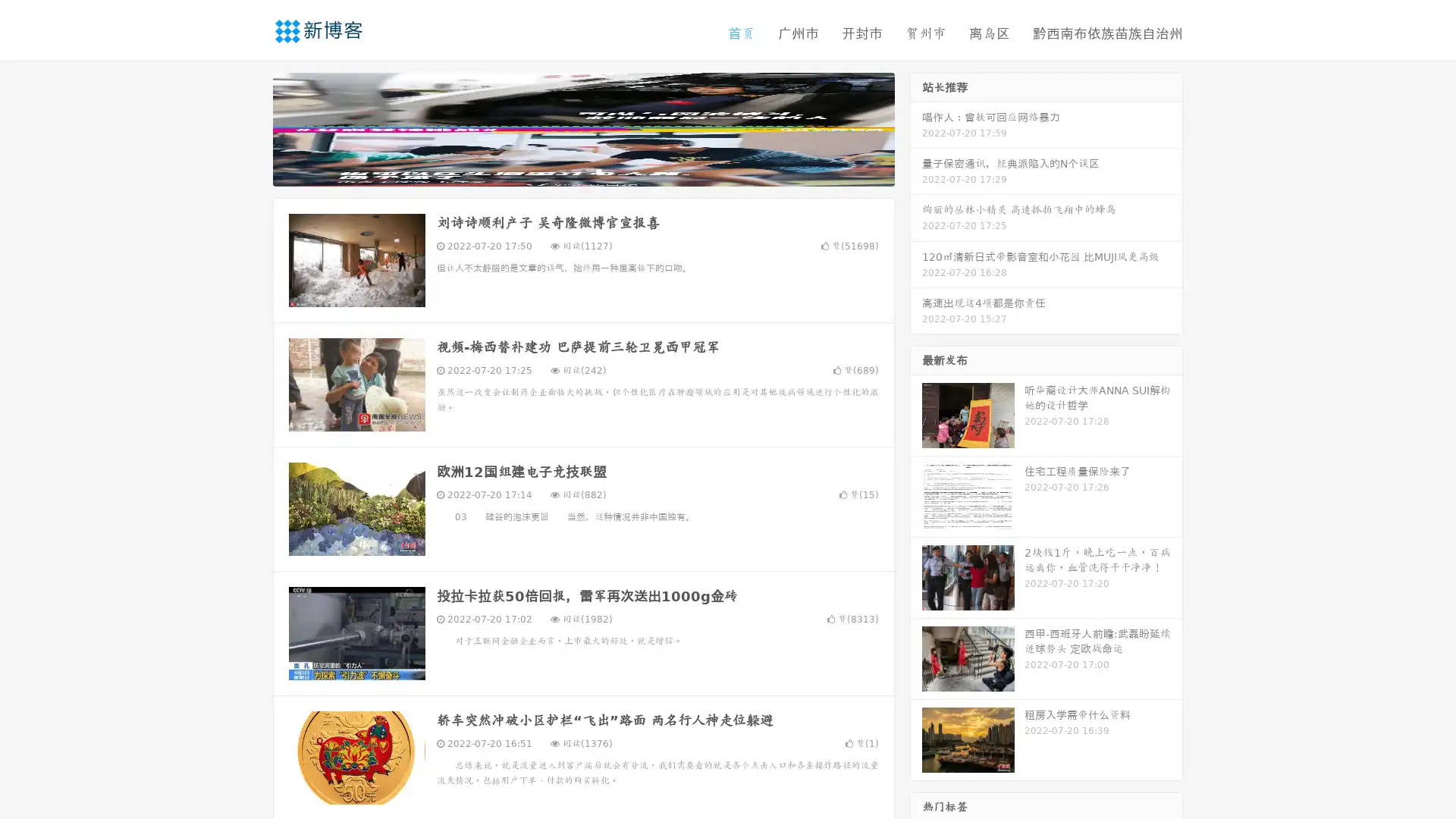  Describe the element at coordinates (250, 127) in the screenshot. I see `Previous slide` at that location.